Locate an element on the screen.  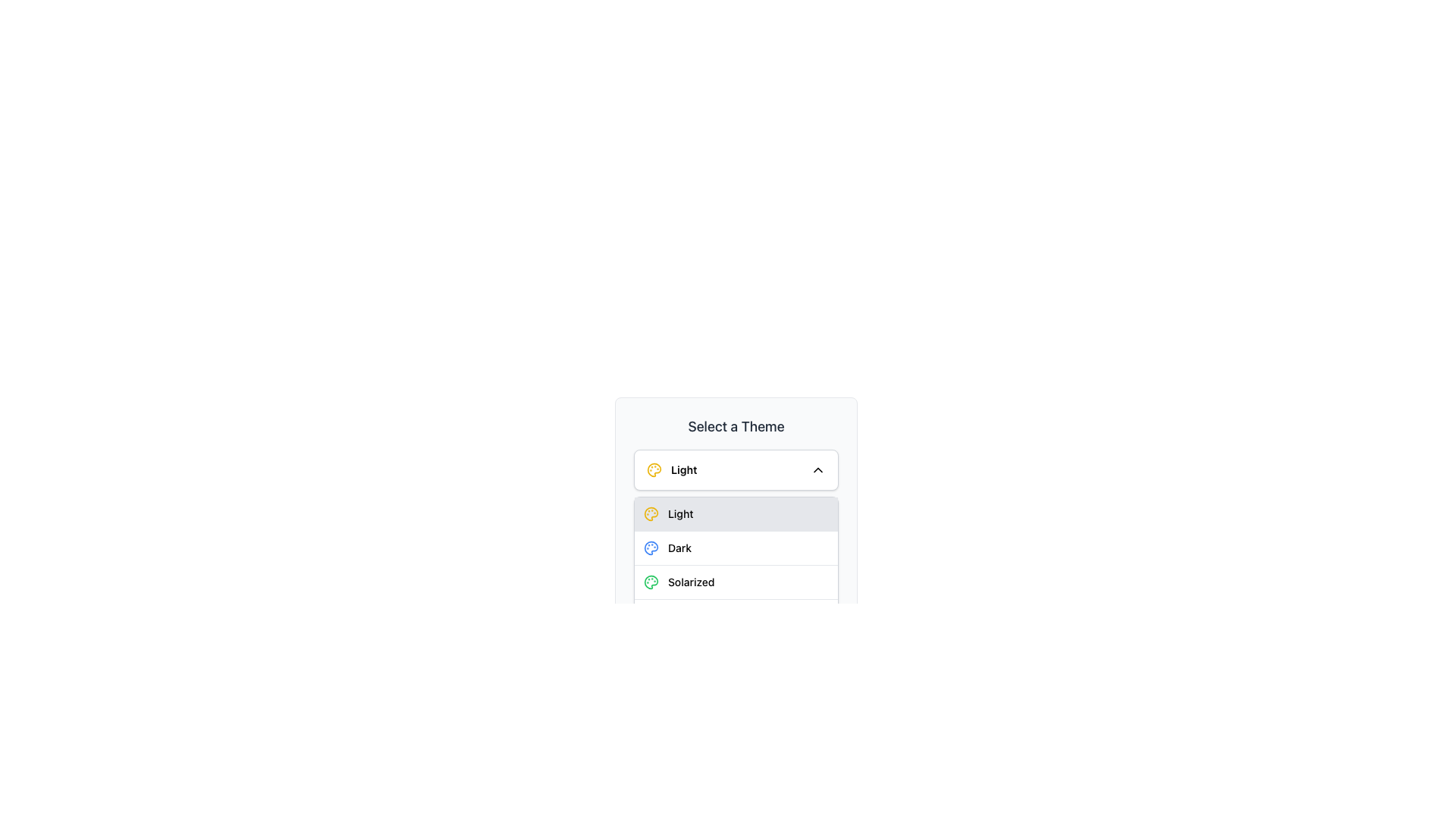
the second icon within the dropdown menu labeled 'Select a Theme' is located at coordinates (651, 548).